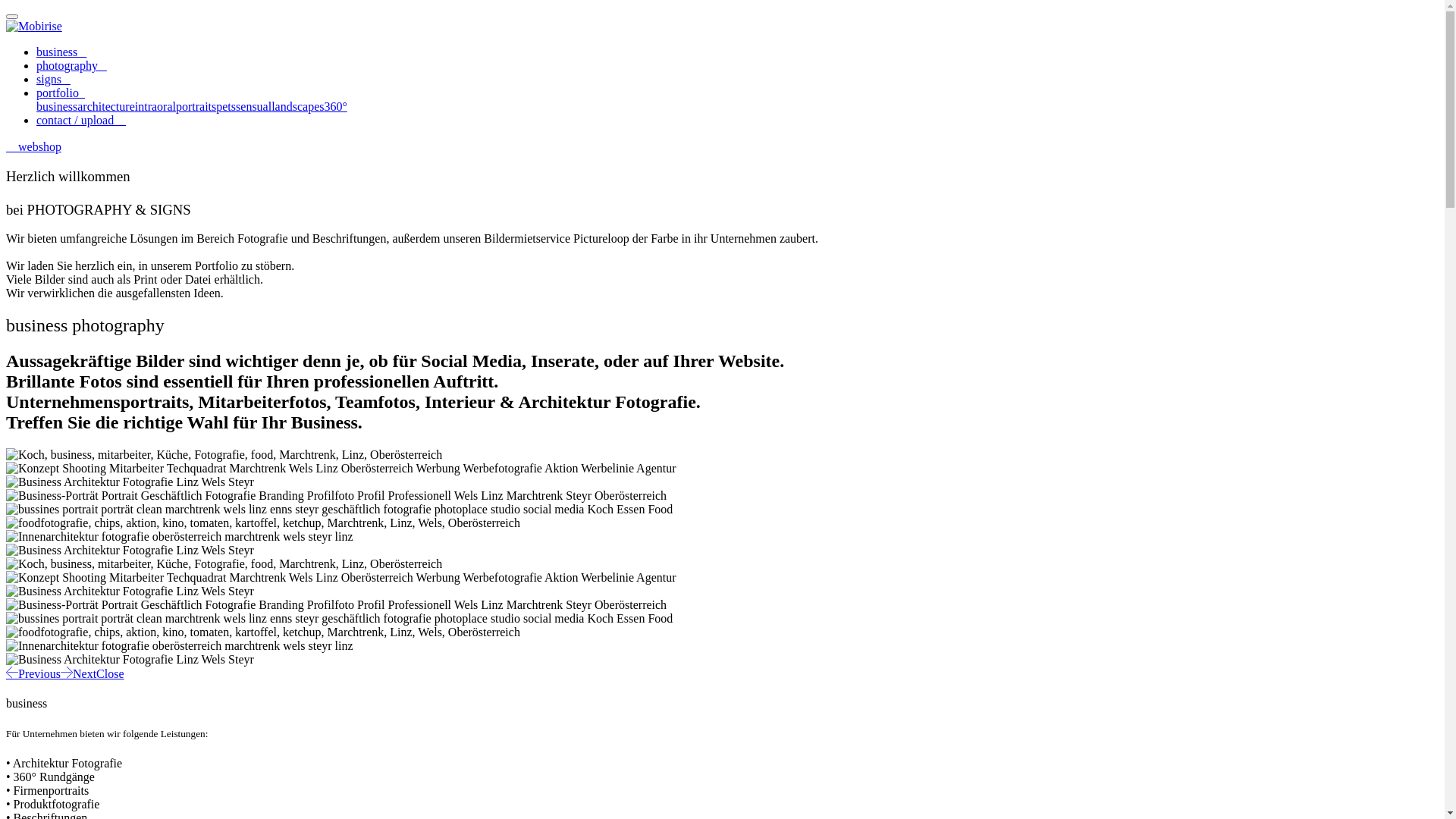 Image resolution: width=1456 pixels, height=819 pixels. Describe the element at coordinates (179, 646) in the screenshot. I see `'Food Fotografie'` at that location.